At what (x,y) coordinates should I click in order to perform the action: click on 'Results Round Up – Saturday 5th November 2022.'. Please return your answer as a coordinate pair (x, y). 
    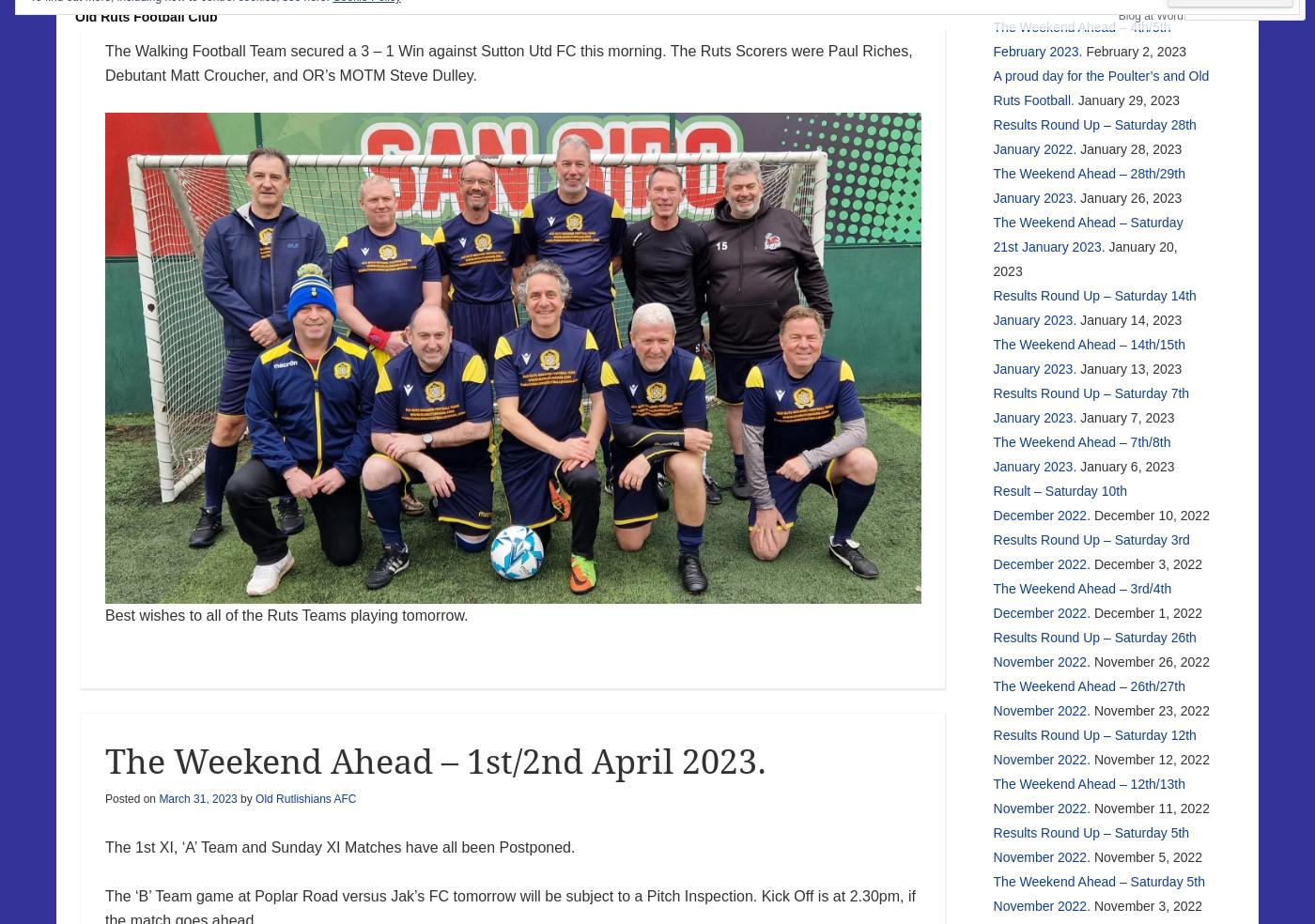
    Looking at the image, I should click on (1091, 843).